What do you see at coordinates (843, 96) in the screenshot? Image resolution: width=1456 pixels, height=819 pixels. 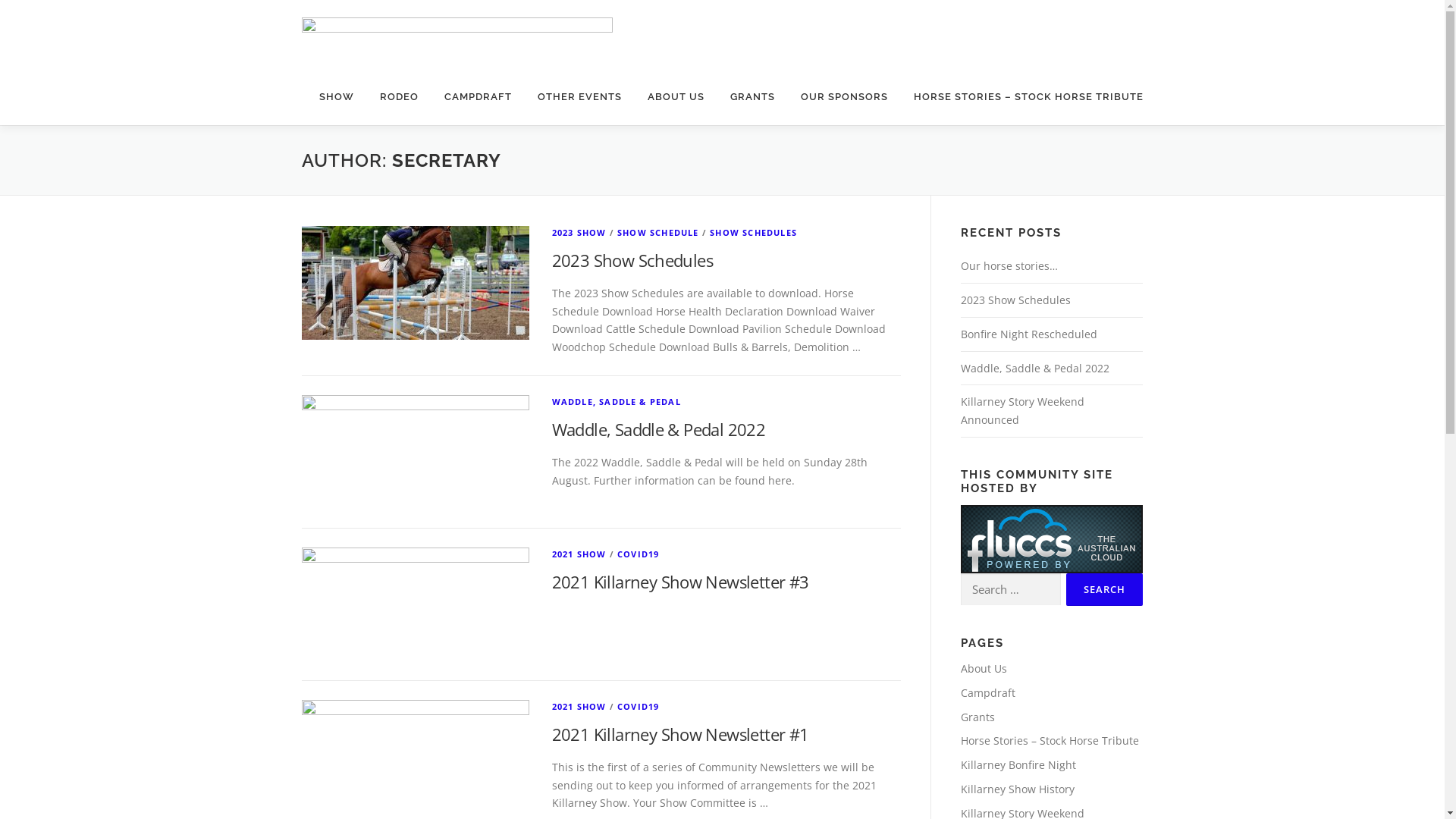 I see `'OUR SPONSORS'` at bounding box center [843, 96].